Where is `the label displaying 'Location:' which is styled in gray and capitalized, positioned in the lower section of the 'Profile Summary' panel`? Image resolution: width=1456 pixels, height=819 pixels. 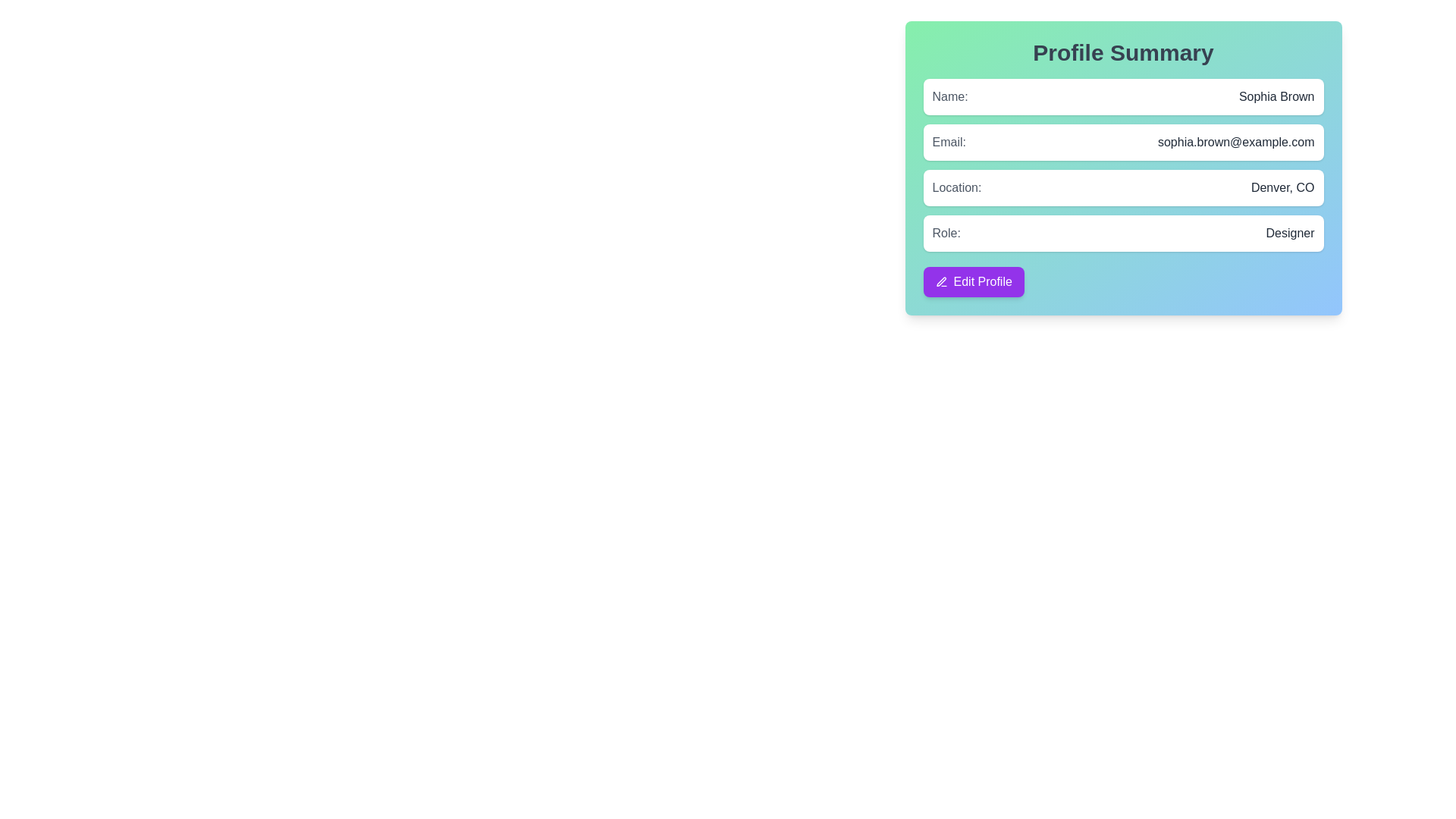 the label displaying 'Location:' which is styled in gray and capitalized, positioned in the lower section of the 'Profile Summary' panel is located at coordinates (956, 187).